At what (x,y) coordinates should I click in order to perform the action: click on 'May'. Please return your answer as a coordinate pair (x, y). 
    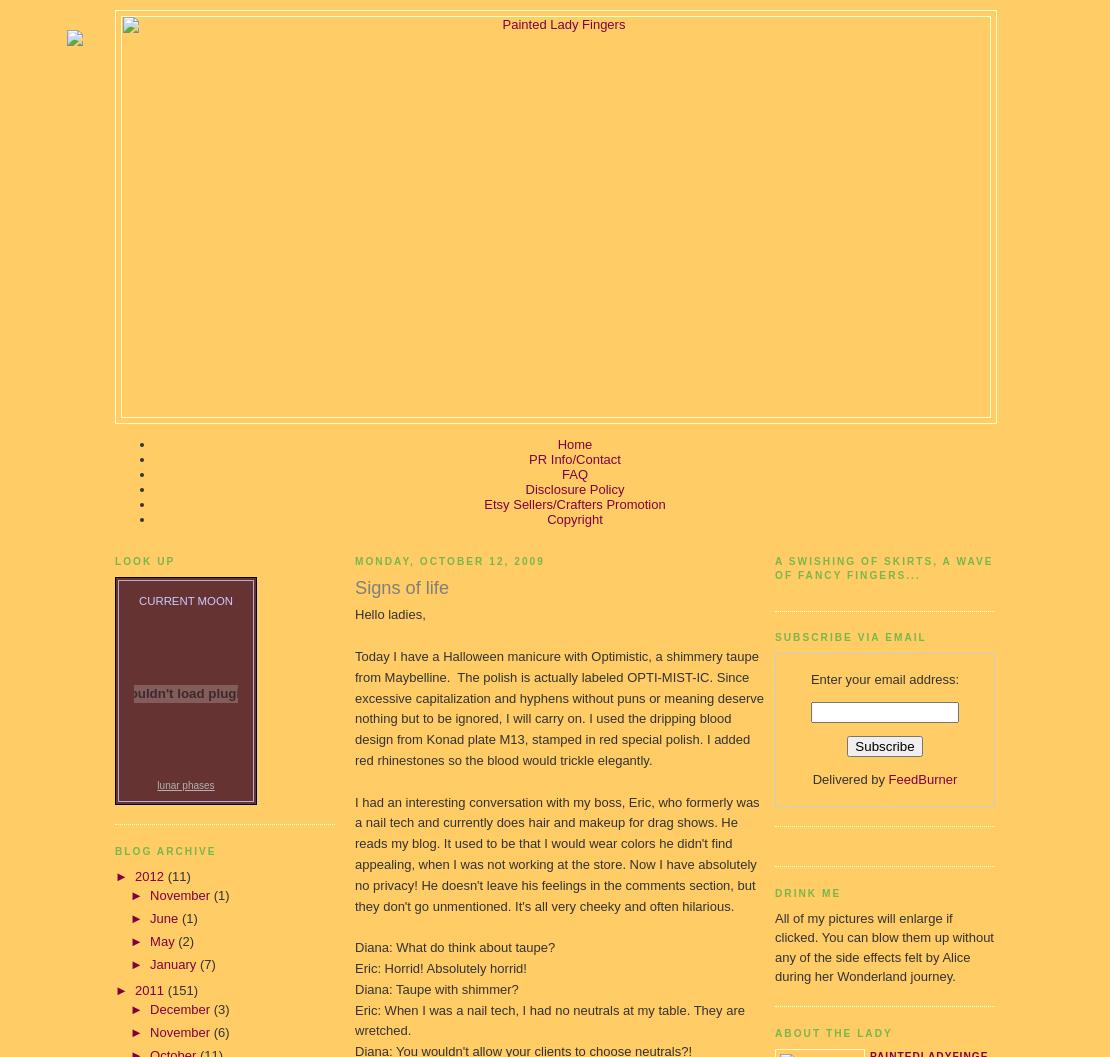
    Looking at the image, I should click on (163, 940).